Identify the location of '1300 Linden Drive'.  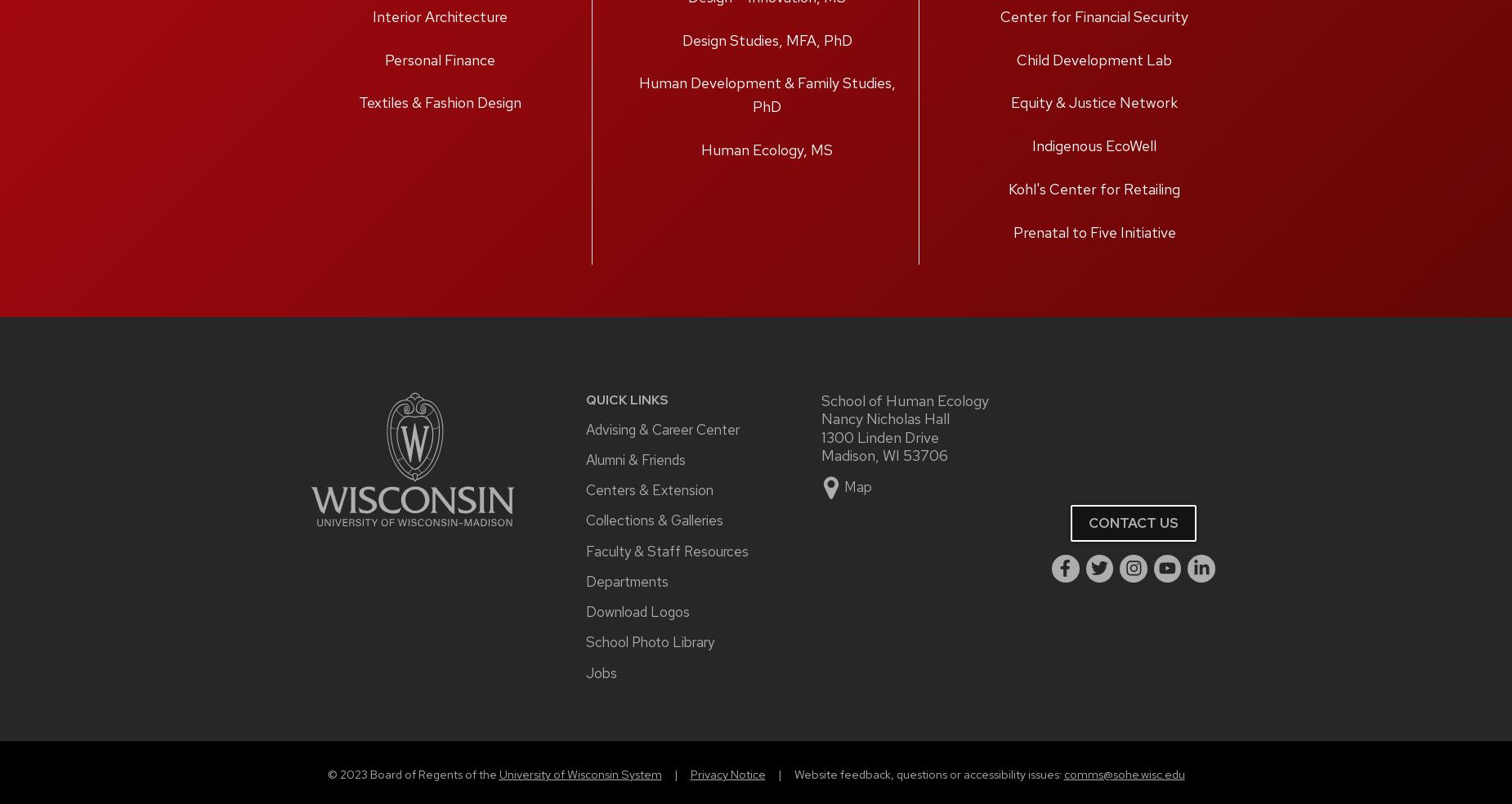
(879, 435).